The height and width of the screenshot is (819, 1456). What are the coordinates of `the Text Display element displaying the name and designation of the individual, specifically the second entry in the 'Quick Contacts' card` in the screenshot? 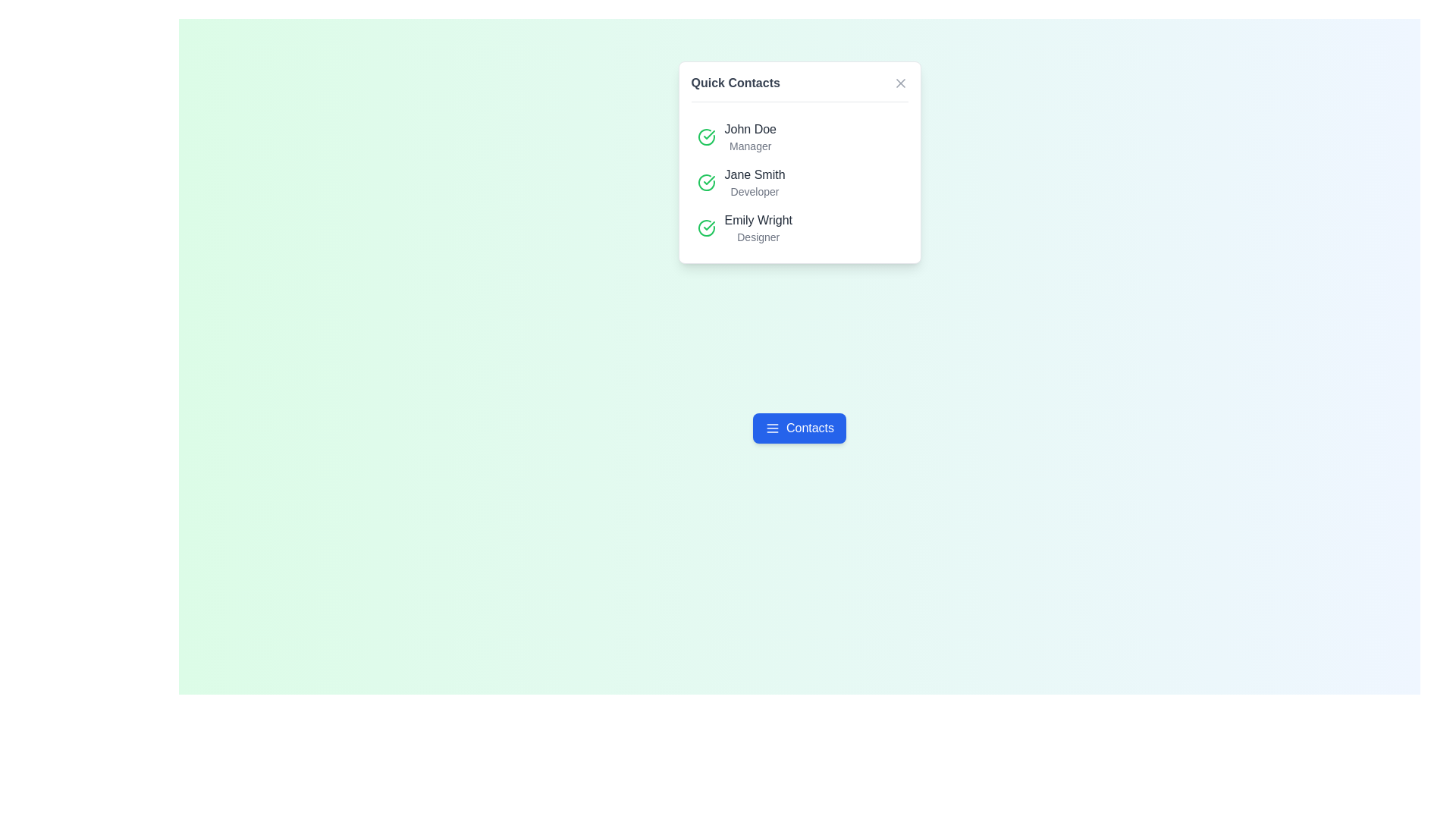 It's located at (755, 181).